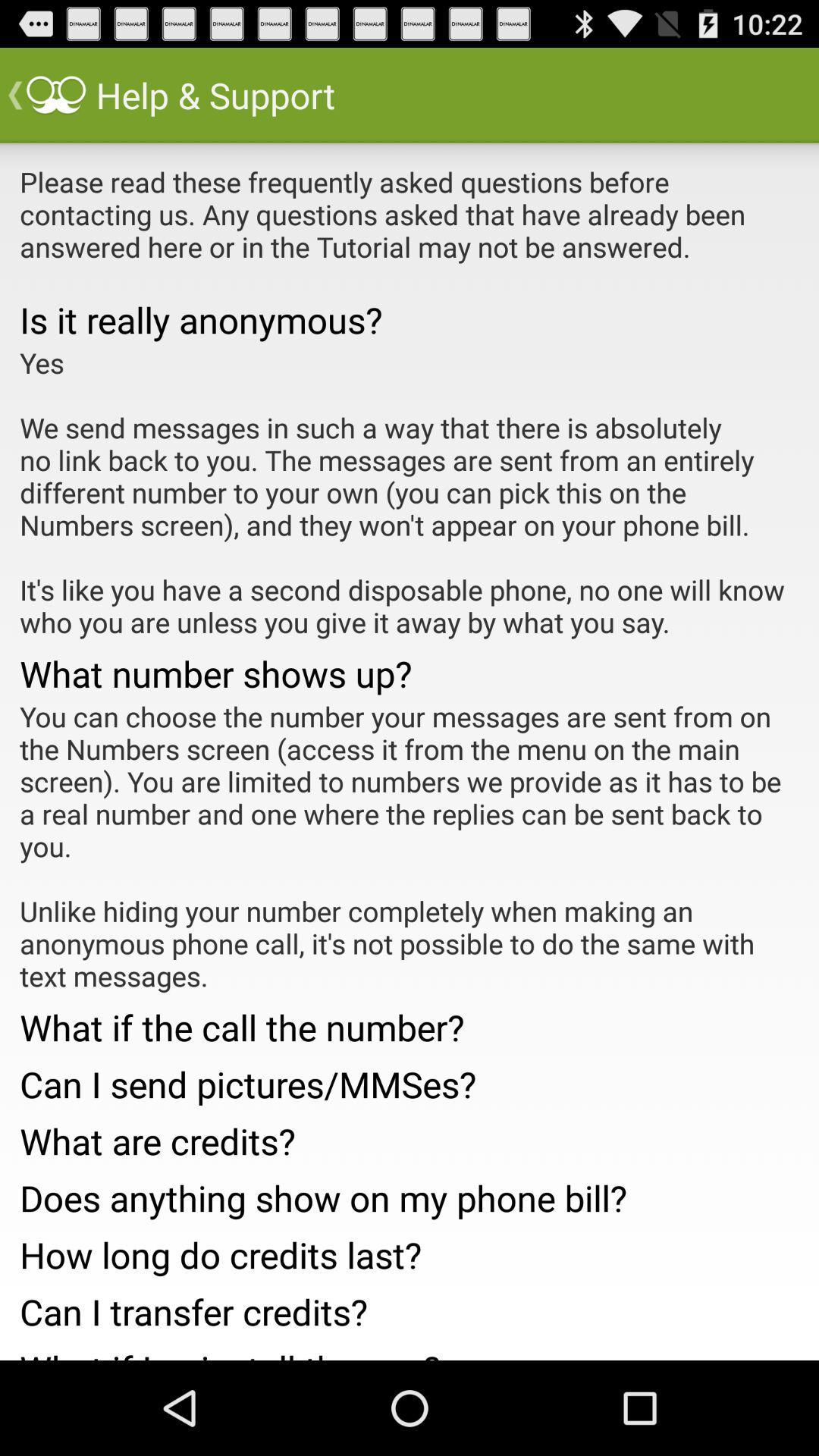 Image resolution: width=819 pixels, height=1456 pixels. I want to click on the what are credits? app, so click(409, 1137).